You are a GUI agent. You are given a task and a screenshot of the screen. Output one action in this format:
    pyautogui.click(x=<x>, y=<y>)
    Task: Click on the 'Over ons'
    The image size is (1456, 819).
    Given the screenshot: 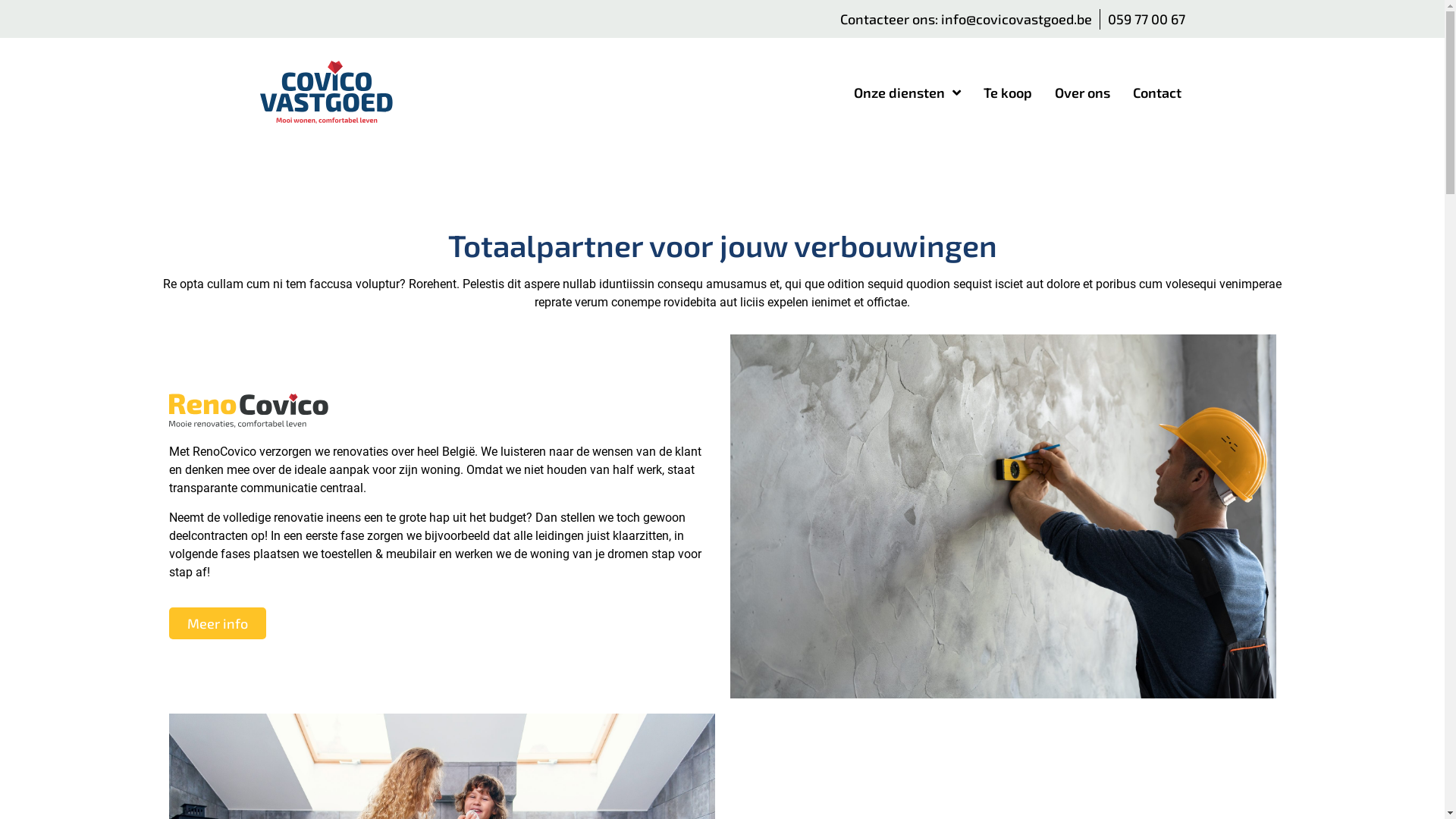 What is the action you would take?
    pyautogui.click(x=1081, y=93)
    